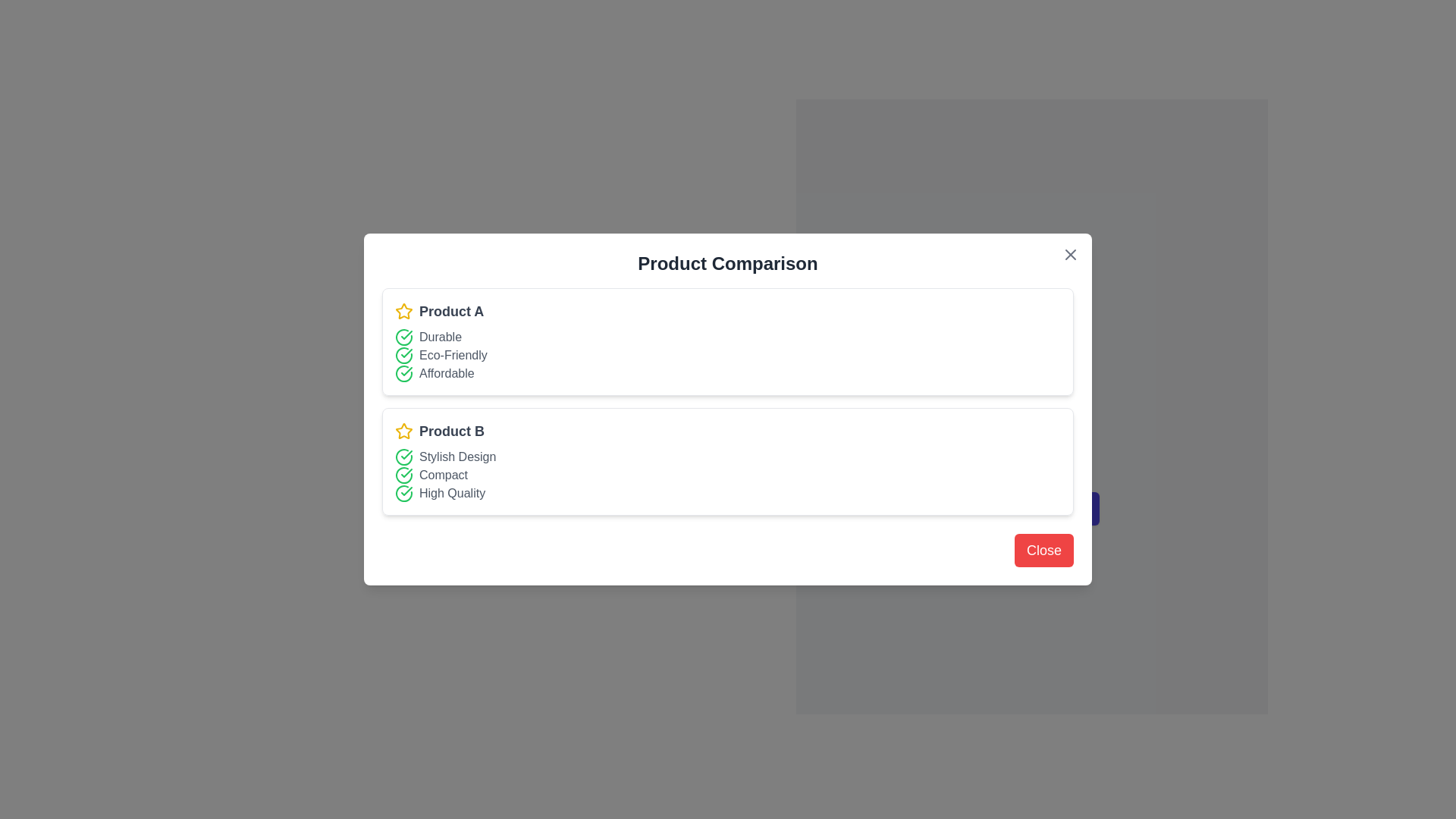 The height and width of the screenshot is (819, 1456). I want to click on the visual indicator icon confirming 'Affordable' for 'Product A', which is the third item in the features list located in the modal dialog, so click(403, 374).